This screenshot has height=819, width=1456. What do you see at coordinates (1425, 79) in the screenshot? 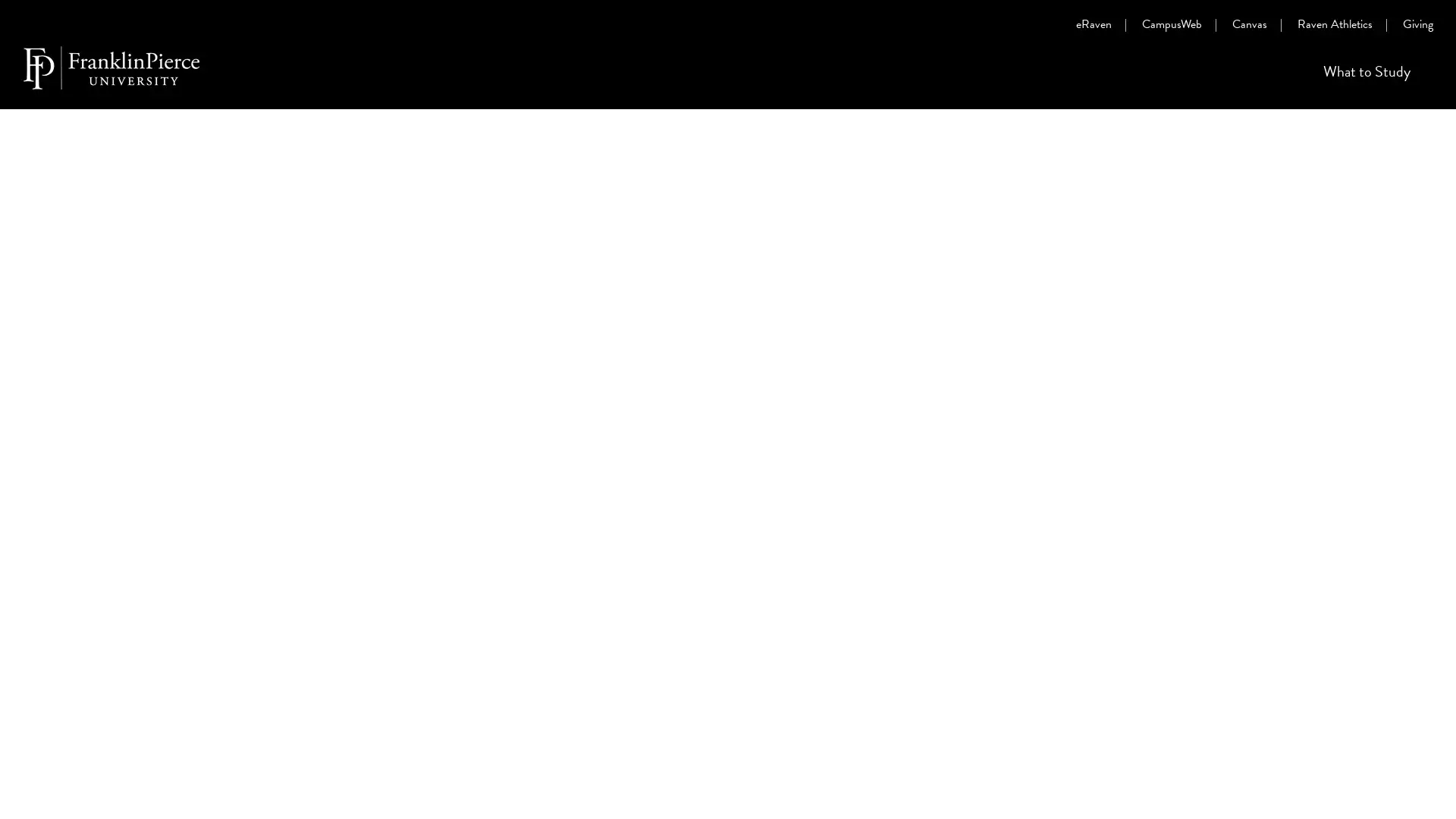
I see `search` at bounding box center [1425, 79].